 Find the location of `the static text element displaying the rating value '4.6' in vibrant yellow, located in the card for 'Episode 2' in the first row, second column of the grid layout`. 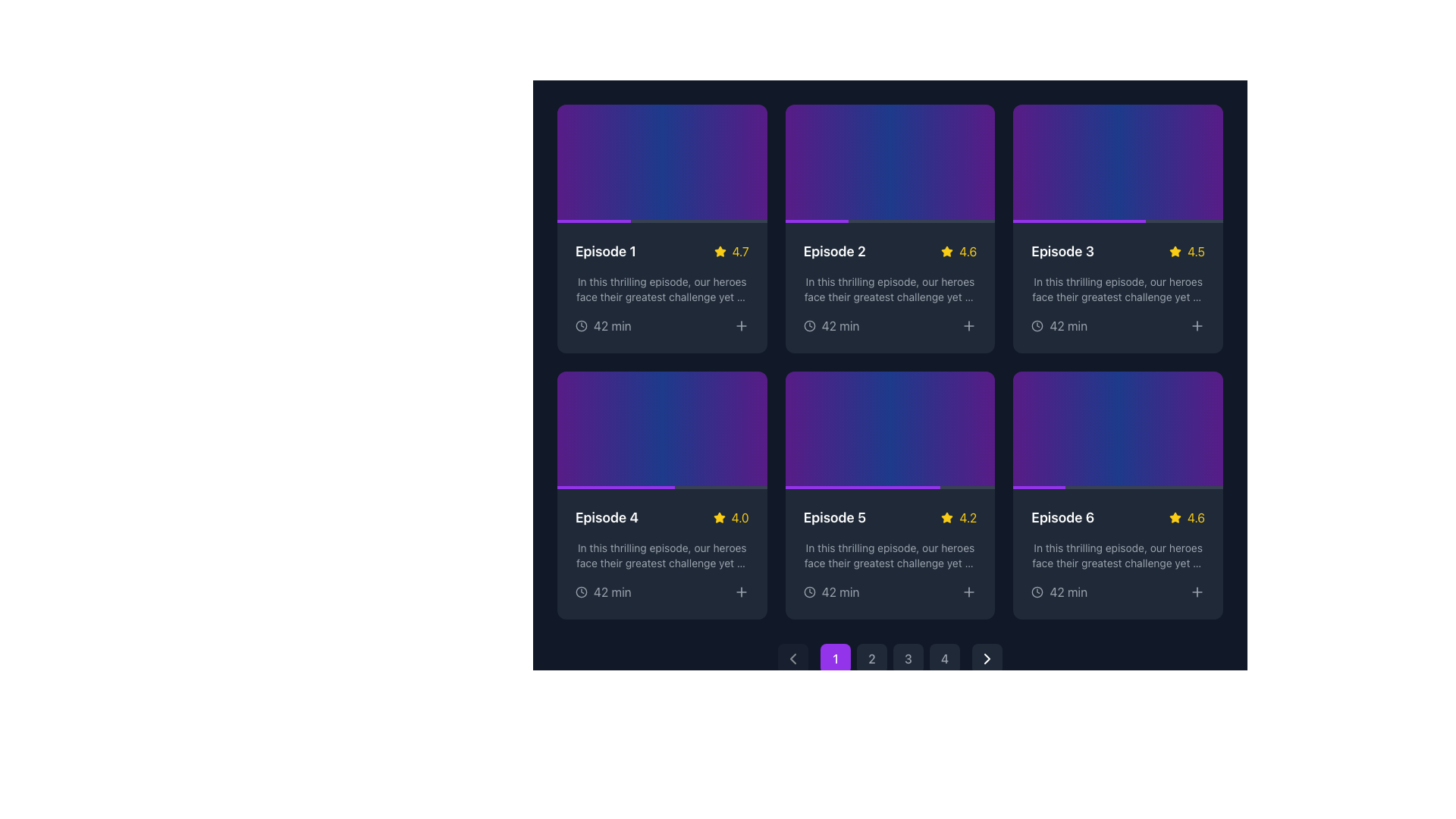

the static text element displaying the rating value '4.6' in vibrant yellow, located in the card for 'Episode 2' in the first row, second column of the grid layout is located at coordinates (967, 250).